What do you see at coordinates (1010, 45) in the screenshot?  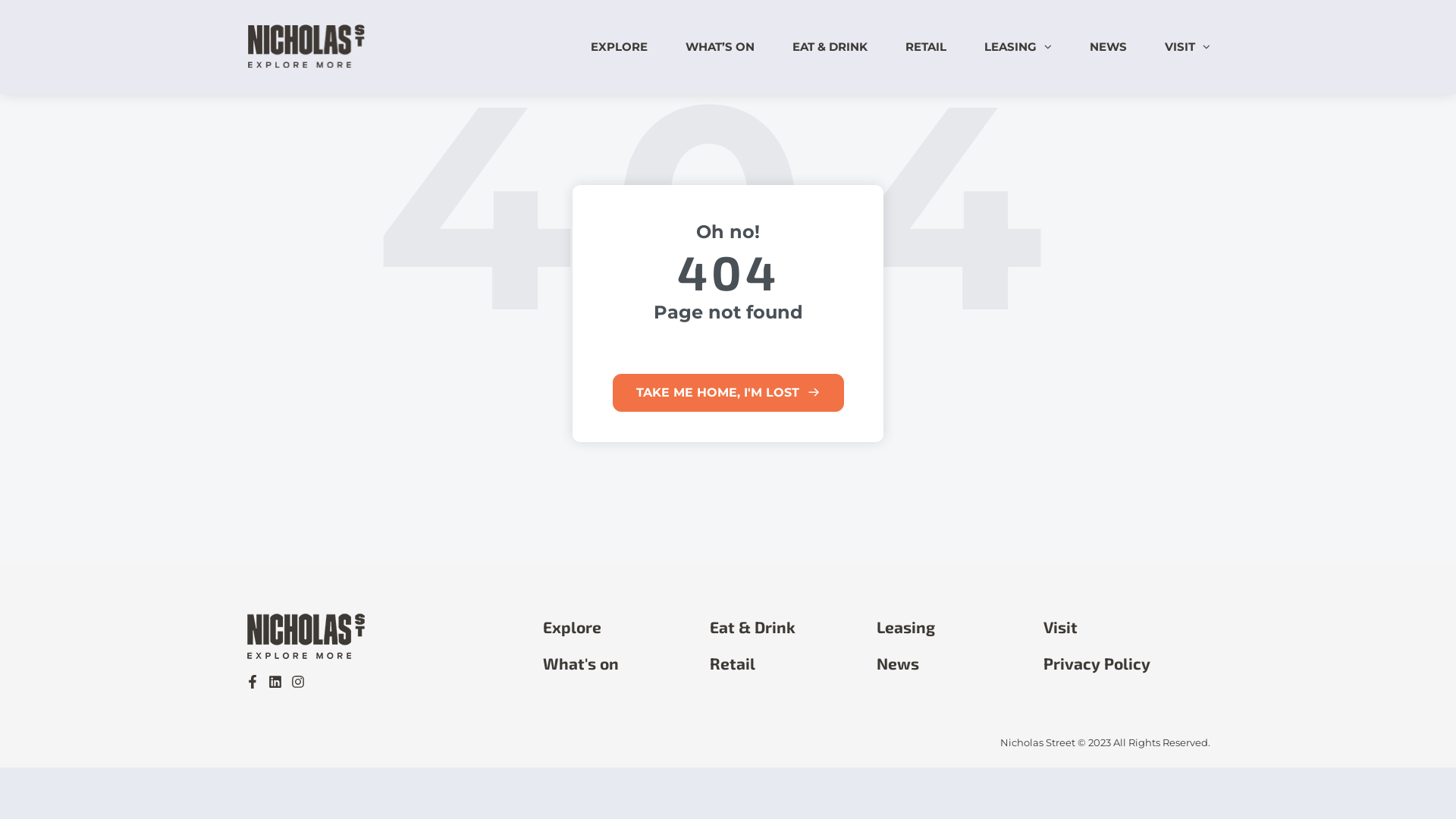 I see `'LEASING'` at bounding box center [1010, 45].